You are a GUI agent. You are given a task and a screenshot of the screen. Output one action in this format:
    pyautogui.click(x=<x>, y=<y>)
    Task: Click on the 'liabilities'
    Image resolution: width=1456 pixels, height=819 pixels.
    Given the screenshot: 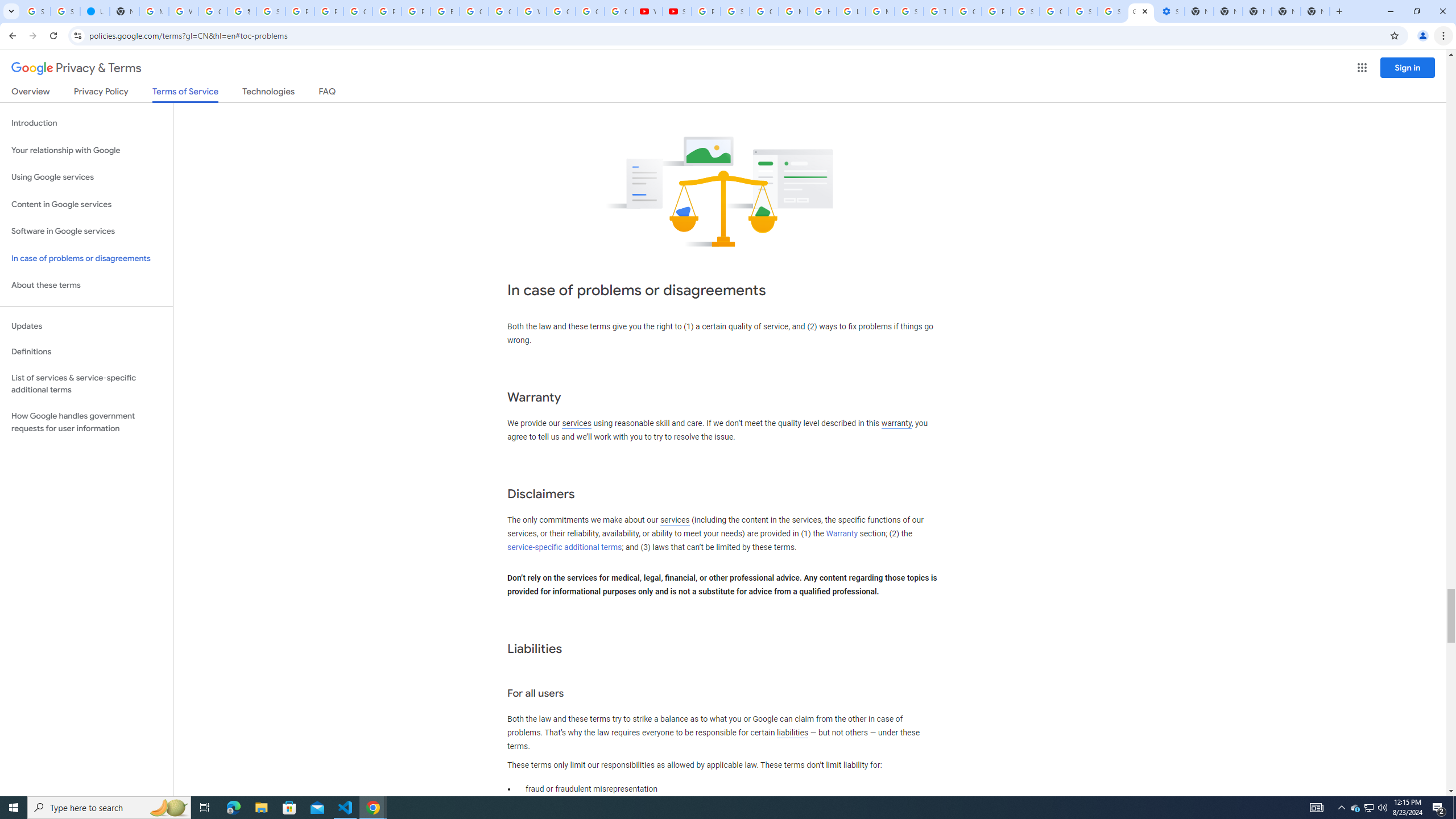 What is the action you would take?
    pyautogui.click(x=791, y=732)
    